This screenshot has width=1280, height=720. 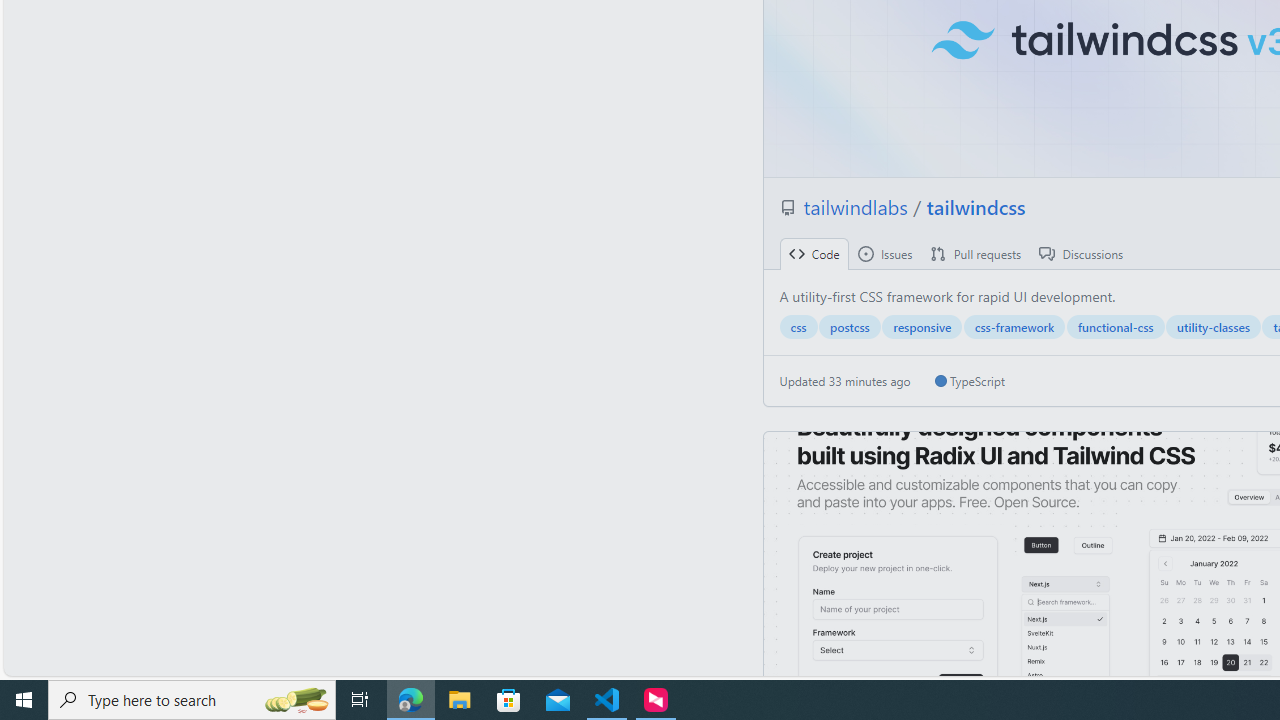 What do you see at coordinates (845, 381) in the screenshot?
I see `'Updated 33 minutes ago'` at bounding box center [845, 381].